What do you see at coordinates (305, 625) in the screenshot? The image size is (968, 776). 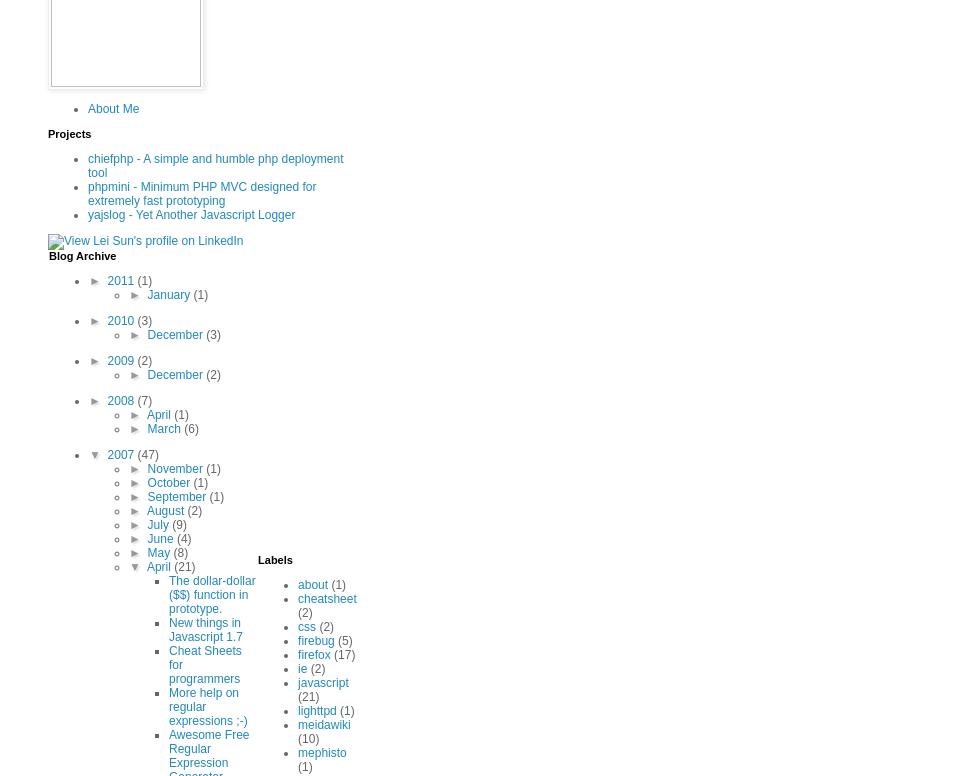 I see `'css'` at bounding box center [305, 625].